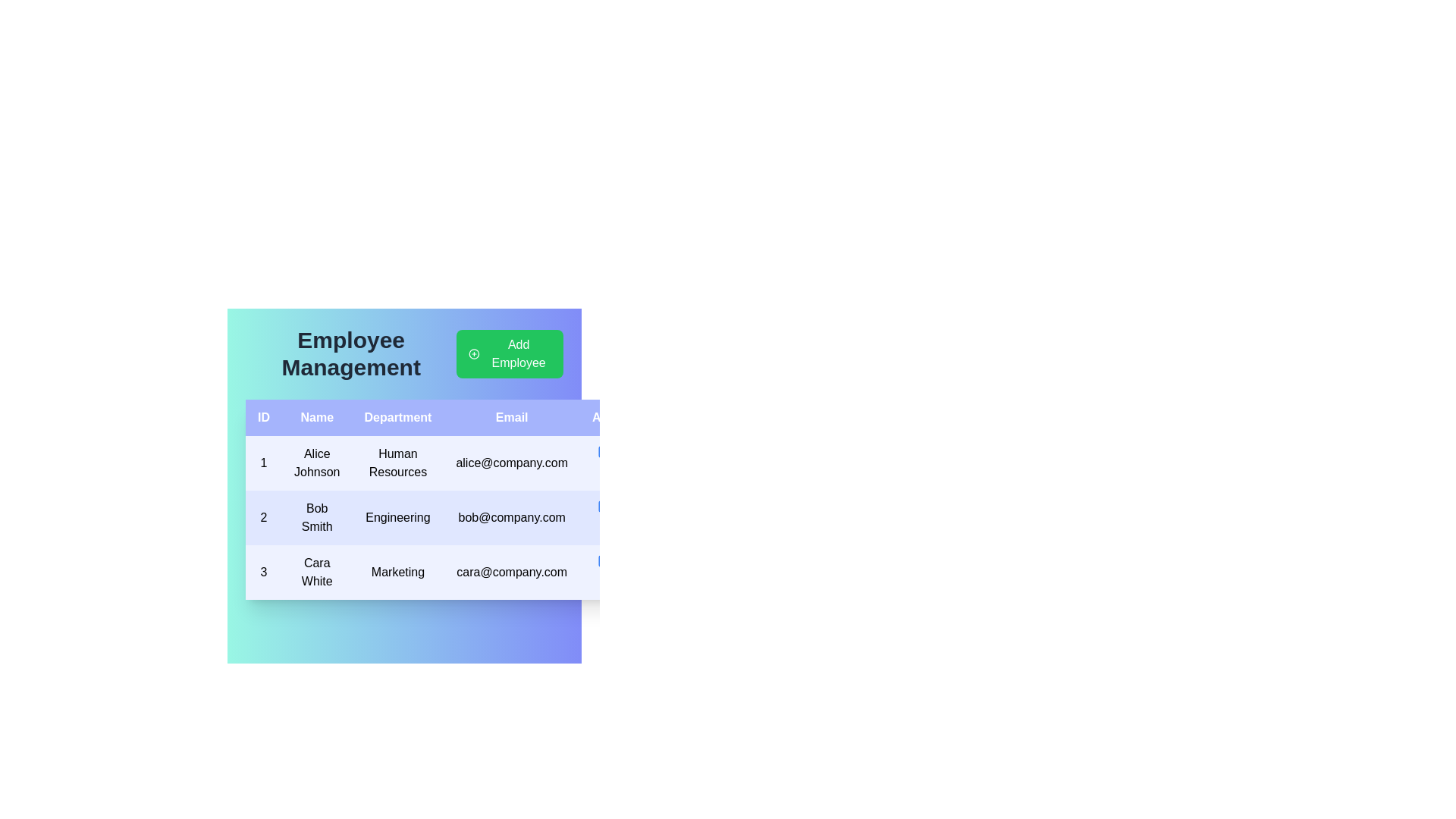  What do you see at coordinates (404, 353) in the screenshot?
I see `the 'Employee Management' section which includes the 'Add Employee' button, located at the top of the interface with a gradient background and bold text` at bounding box center [404, 353].